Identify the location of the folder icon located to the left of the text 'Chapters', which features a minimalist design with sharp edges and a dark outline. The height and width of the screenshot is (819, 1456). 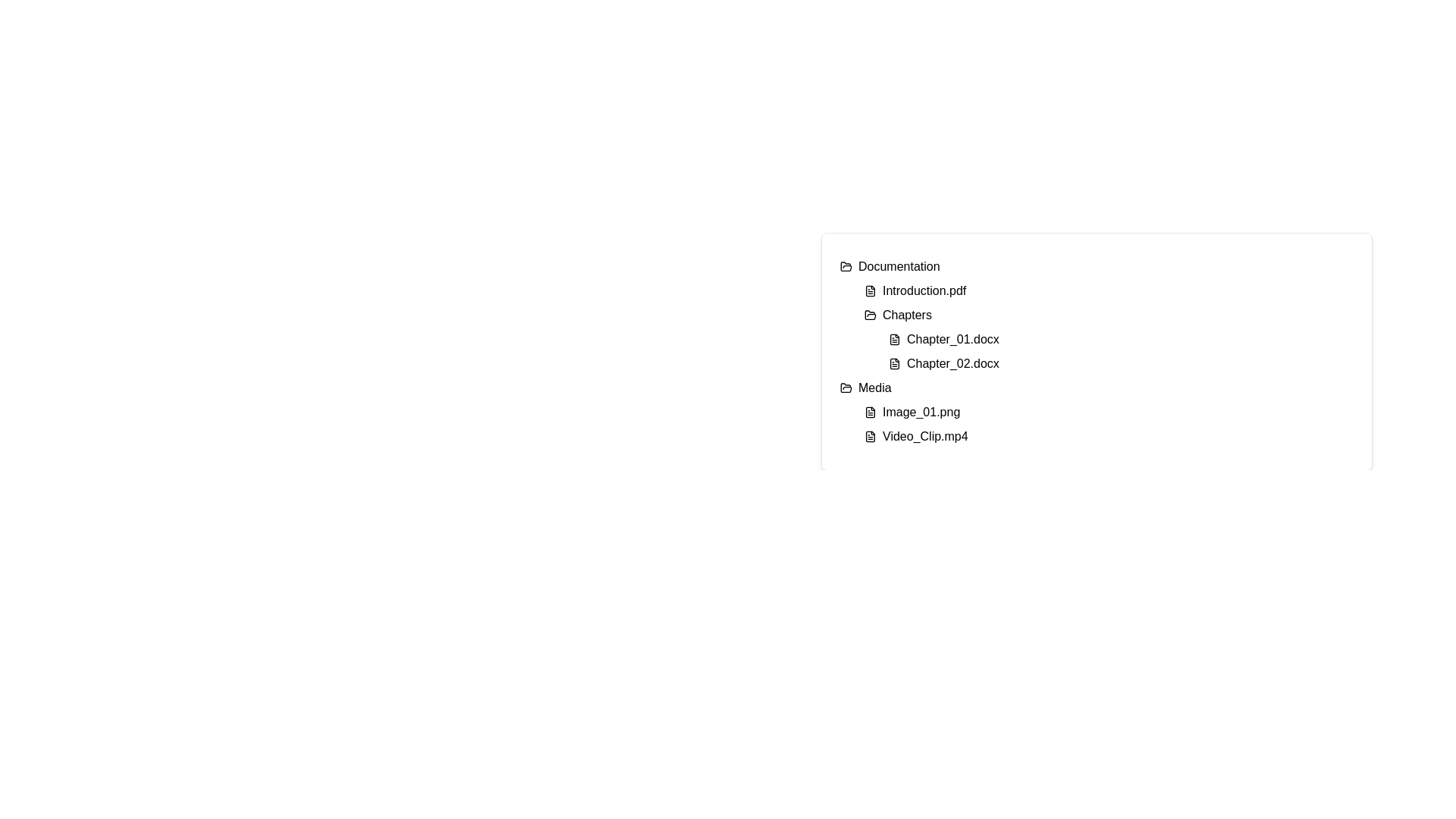
(870, 315).